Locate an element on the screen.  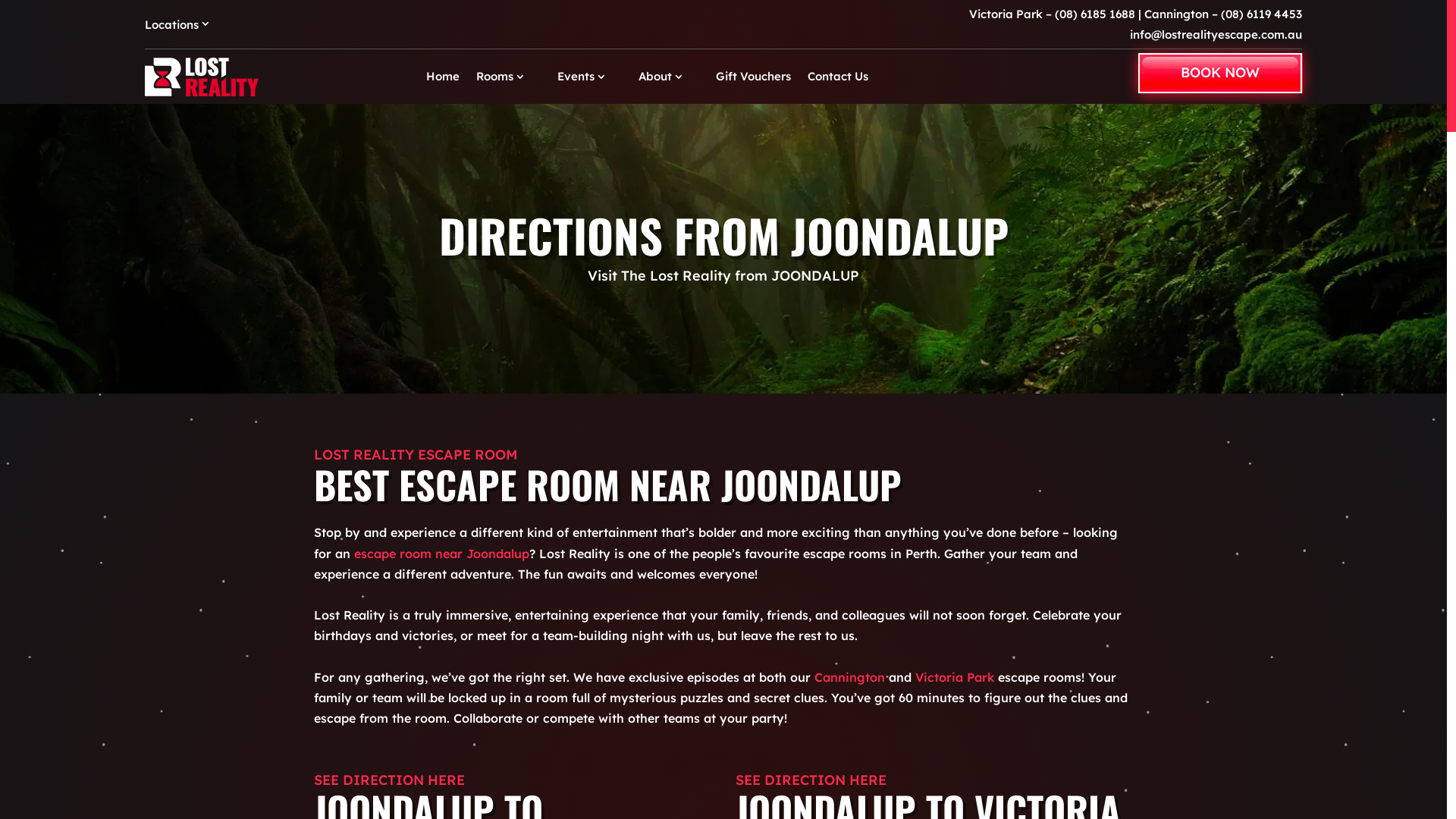
'Gift Vouchers' is located at coordinates (715, 76).